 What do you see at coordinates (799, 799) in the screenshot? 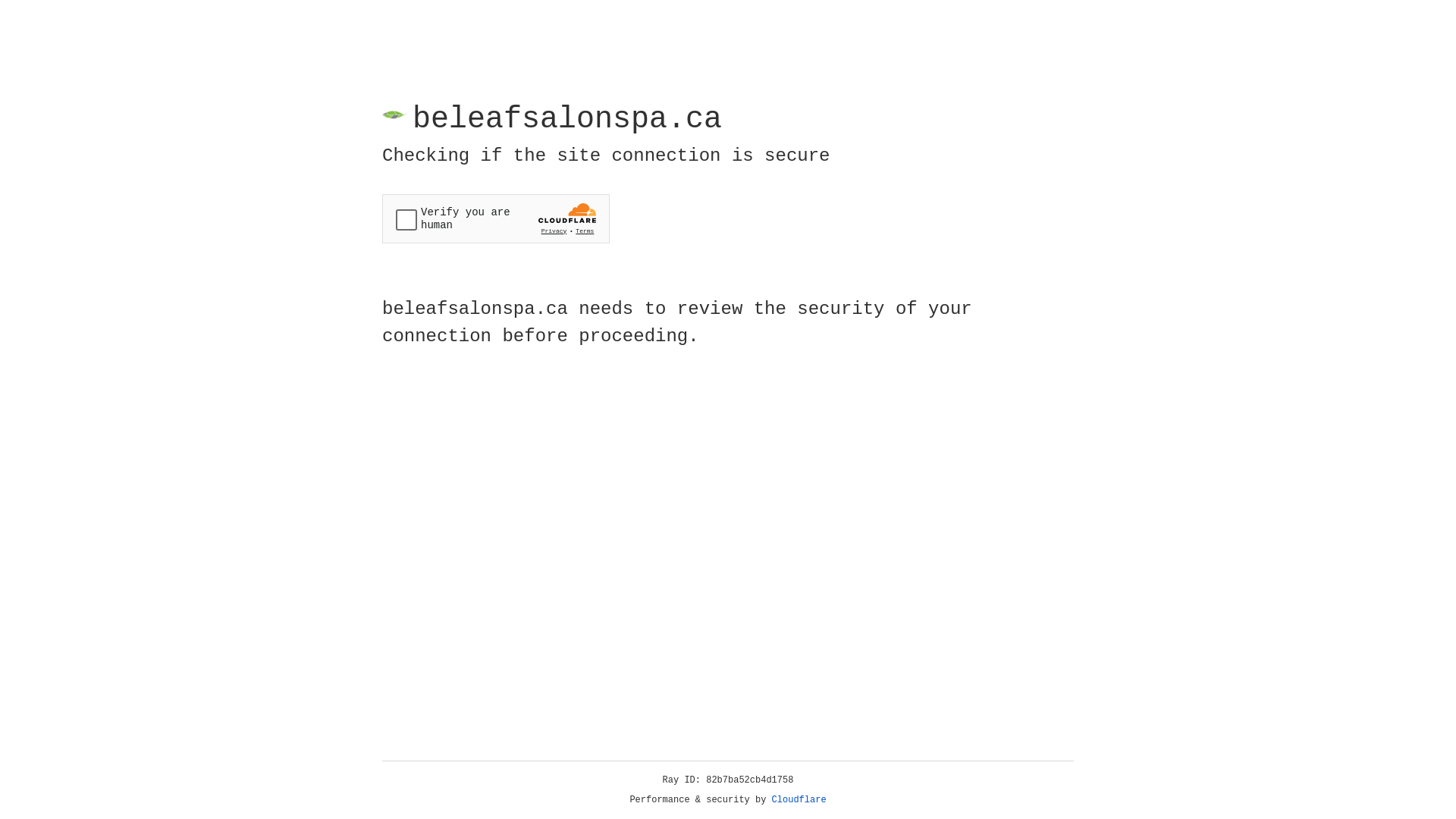
I see `'Cloudflare'` at bounding box center [799, 799].